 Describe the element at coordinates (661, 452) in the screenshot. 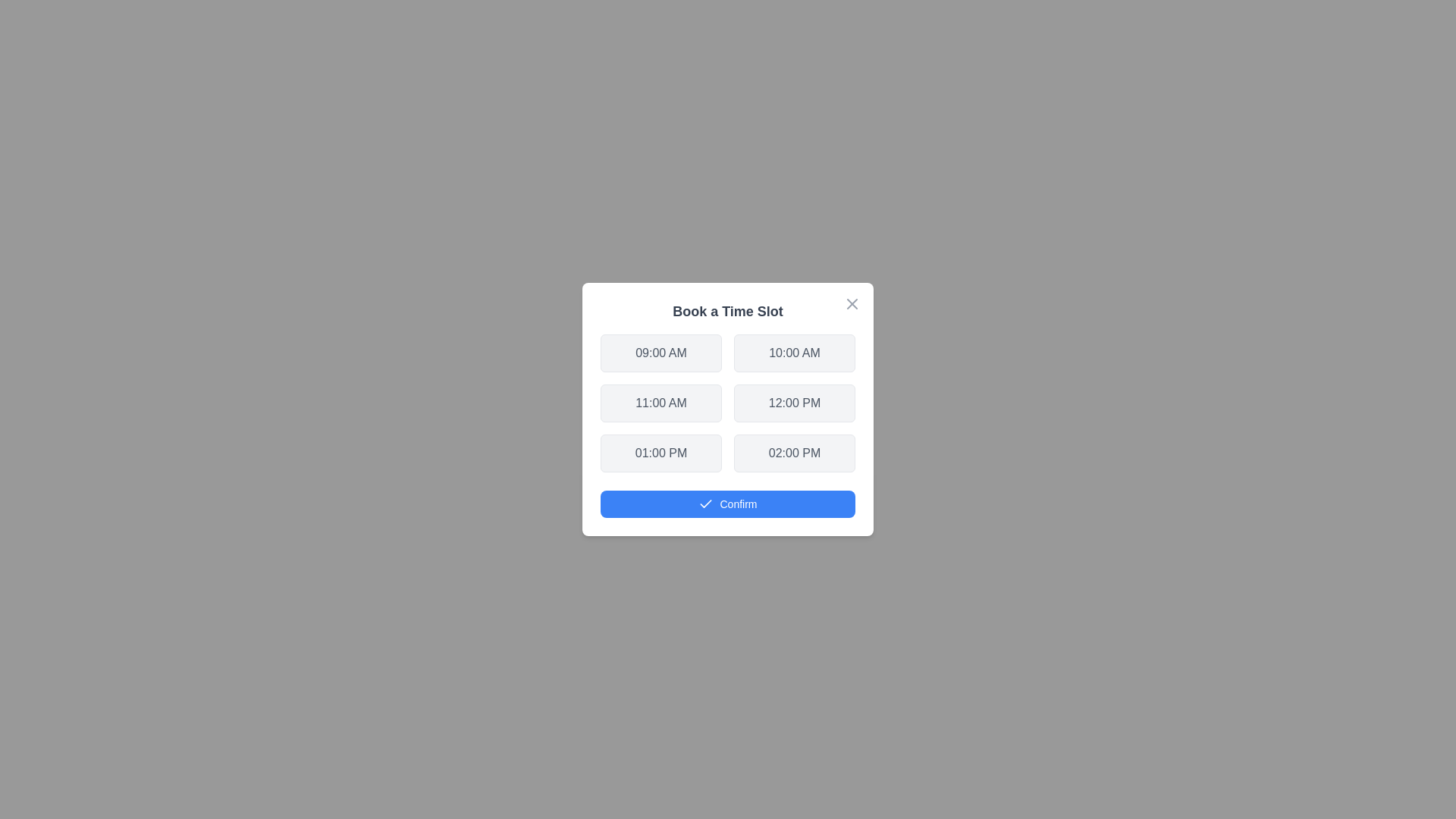

I see `the time slot 01:00 PM by clicking on its button` at that location.